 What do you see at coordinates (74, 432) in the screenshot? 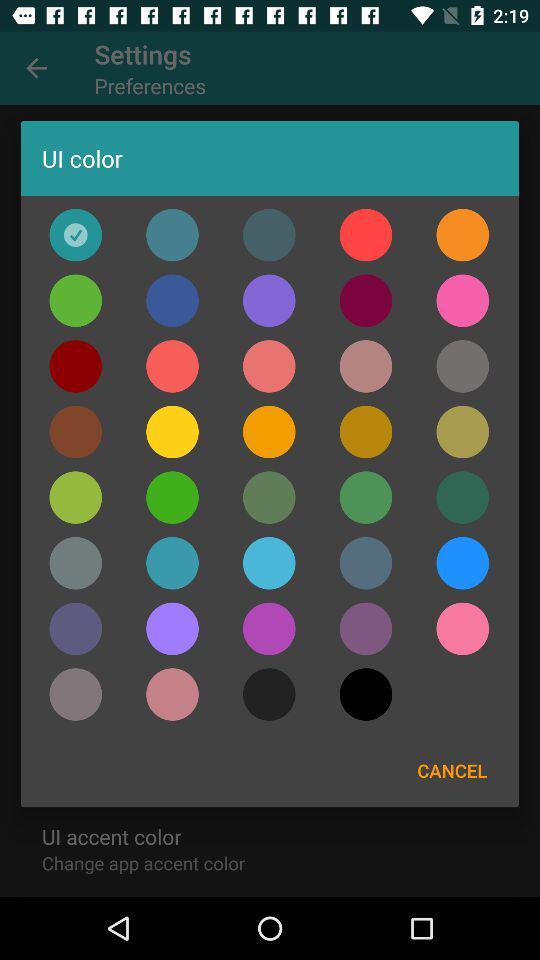
I see `ui color gold` at bounding box center [74, 432].